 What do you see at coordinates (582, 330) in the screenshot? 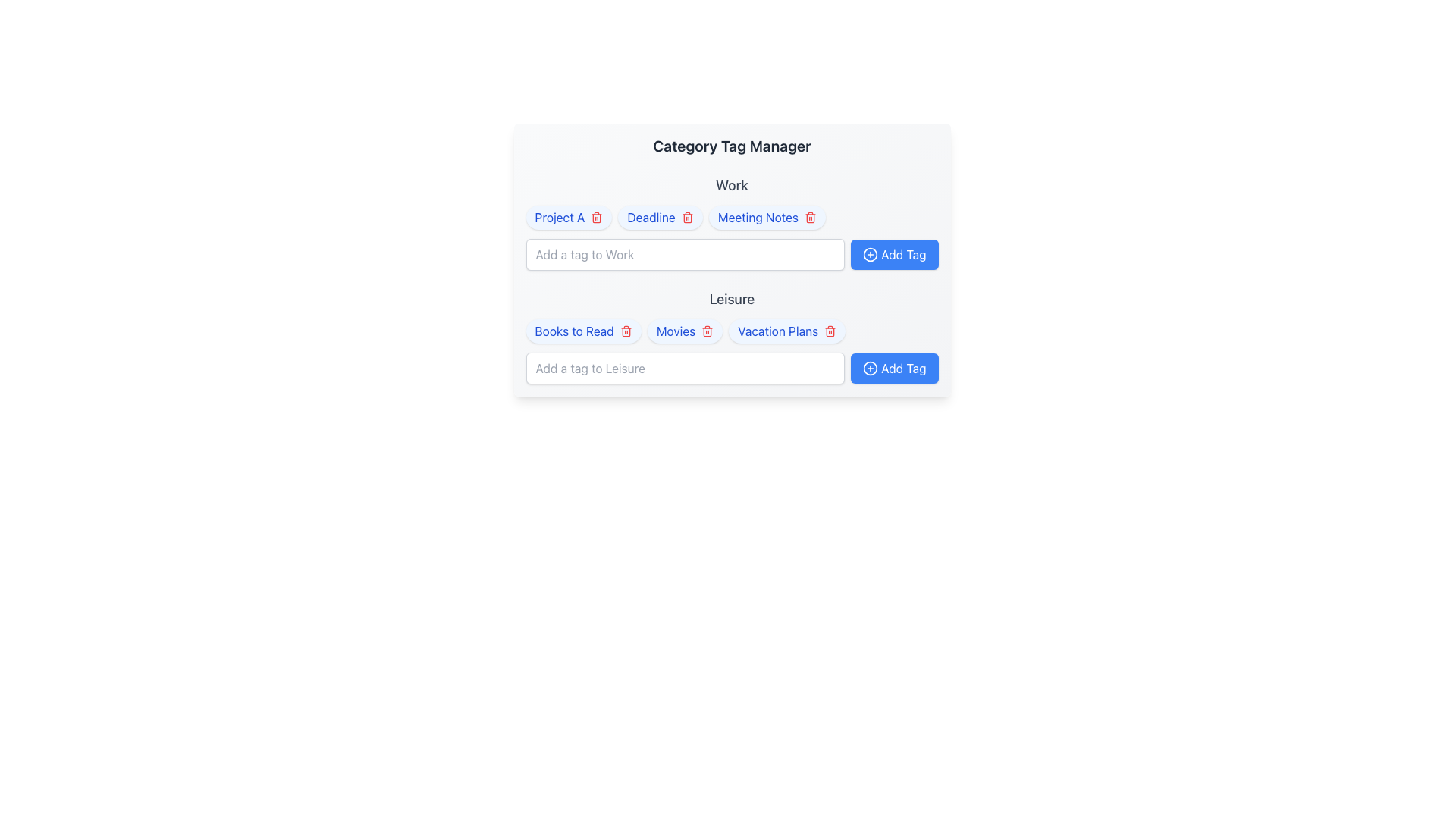
I see `the trash icon on the badge element used for tagging or categorization located in the 'Leisure' category` at bounding box center [582, 330].